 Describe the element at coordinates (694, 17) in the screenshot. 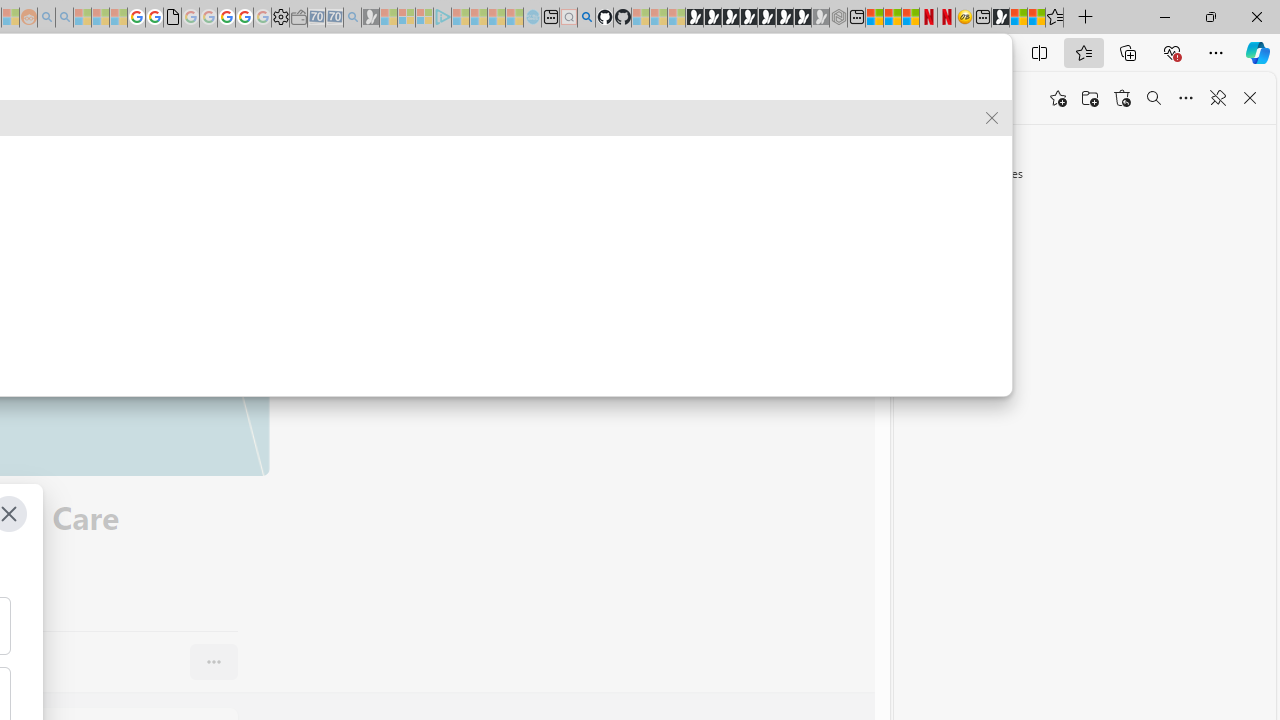

I see `'Play Free Online Games | Games from Microsoft Start'` at that location.